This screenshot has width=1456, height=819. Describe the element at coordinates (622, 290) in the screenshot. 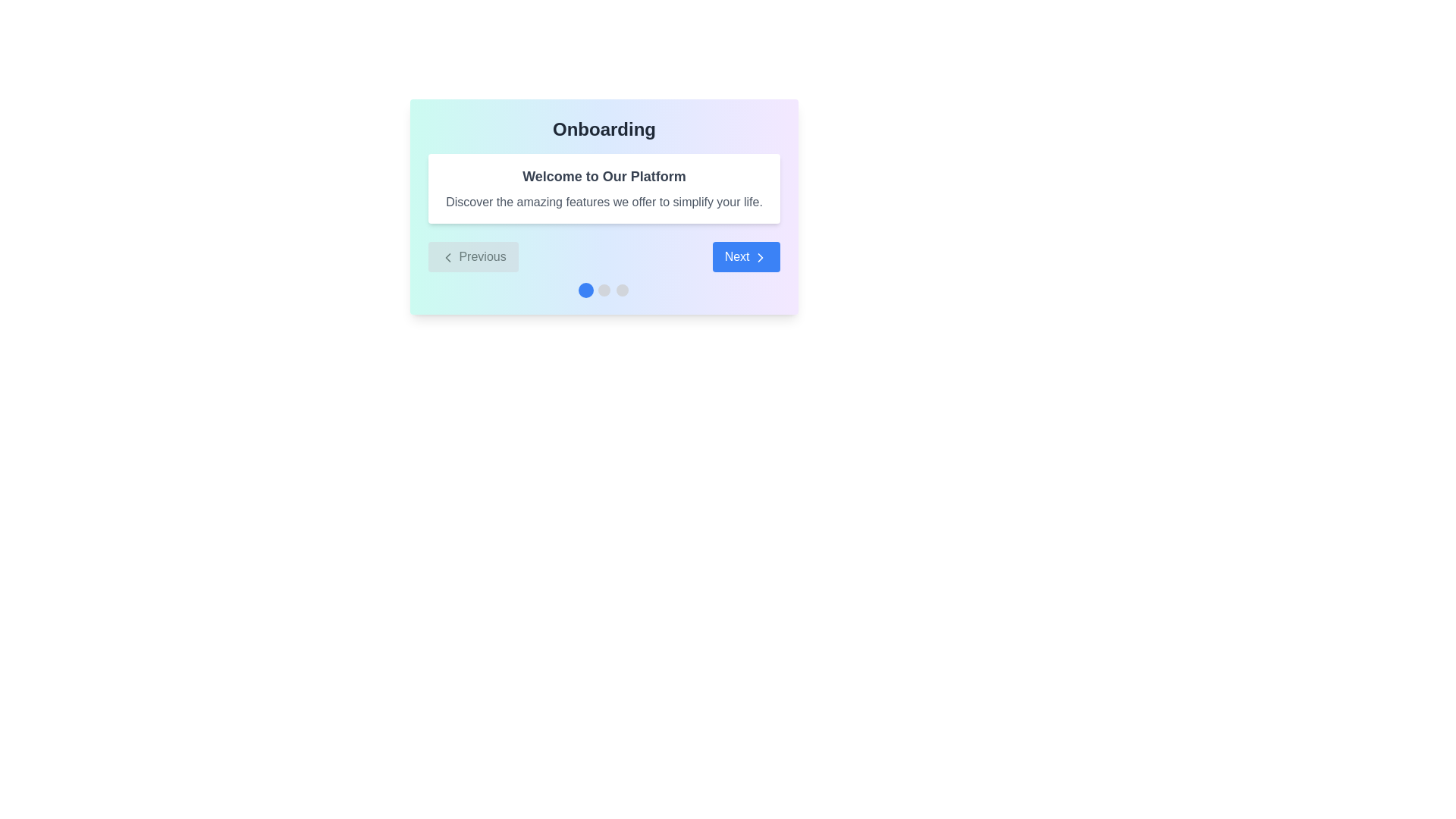

I see `the third Circle indicator for pagination located directly under the 'Welcome to Our Platform' section` at that location.